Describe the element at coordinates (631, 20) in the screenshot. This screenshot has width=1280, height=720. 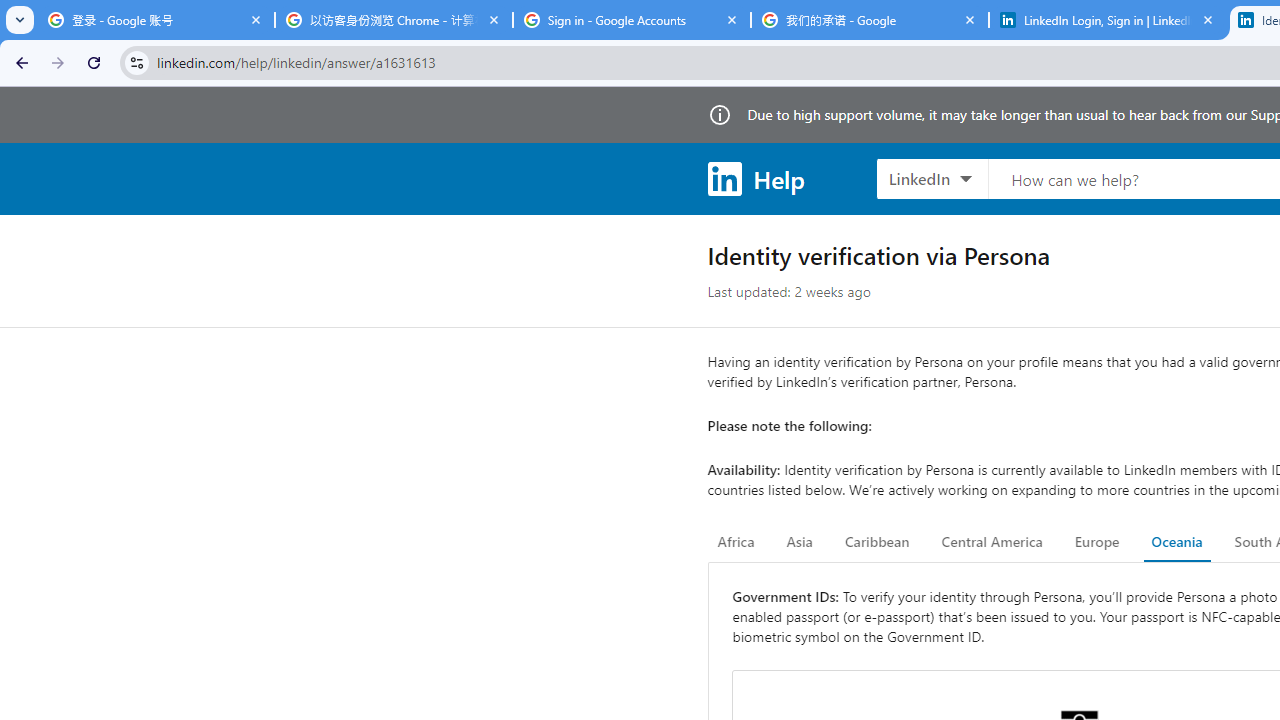
I see `'Sign in - Google Accounts'` at that location.